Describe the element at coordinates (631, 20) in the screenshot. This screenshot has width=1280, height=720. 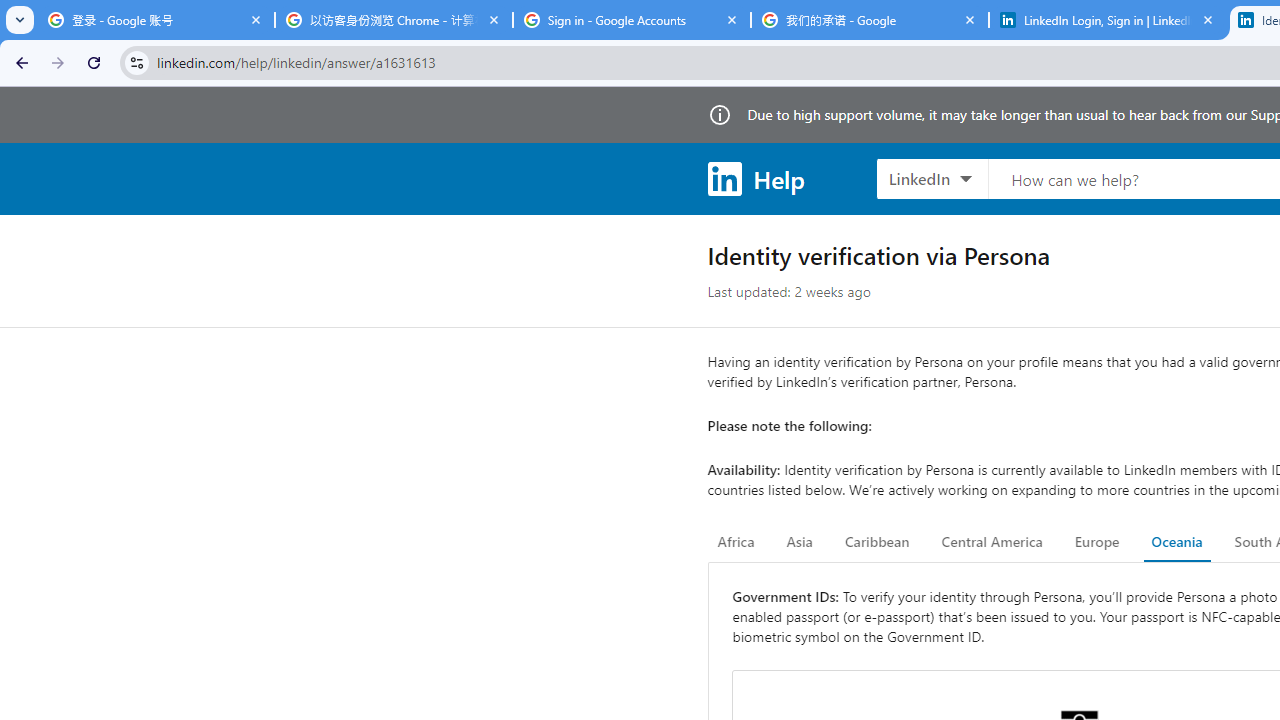
I see `'Sign in - Google Accounts'` at that location.